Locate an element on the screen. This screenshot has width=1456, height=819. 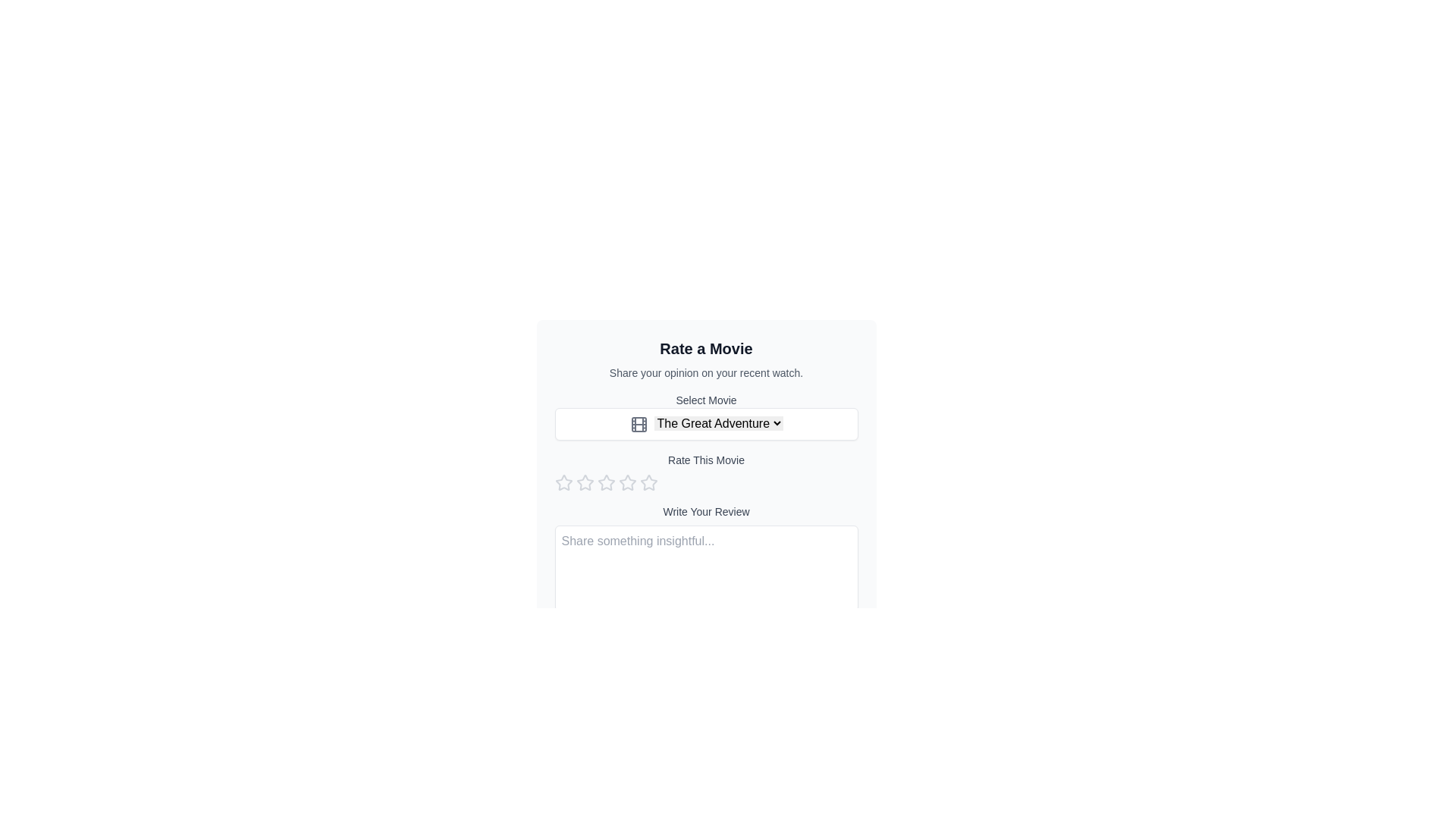
the Dropdown menu labeled 'The Great Adventure' by tabbing to it, which is visually indicated by a film icon and a dropdown indicator, located centrally below the 'Select Movie' label is located at coordinates (705, 424).